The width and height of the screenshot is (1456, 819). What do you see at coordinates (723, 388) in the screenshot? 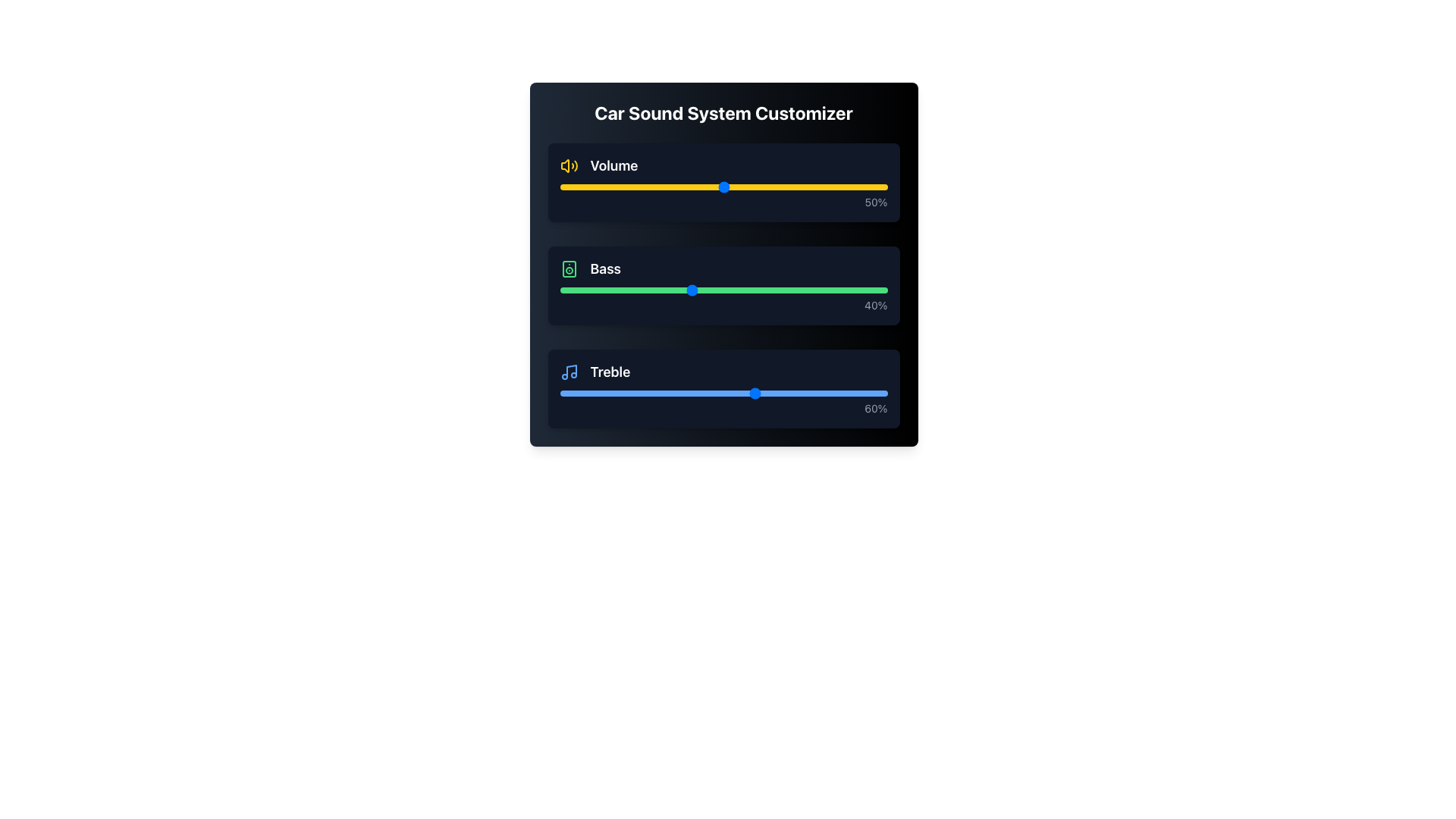
I see `the treble slider thumb` at bounding box center [723, 388].